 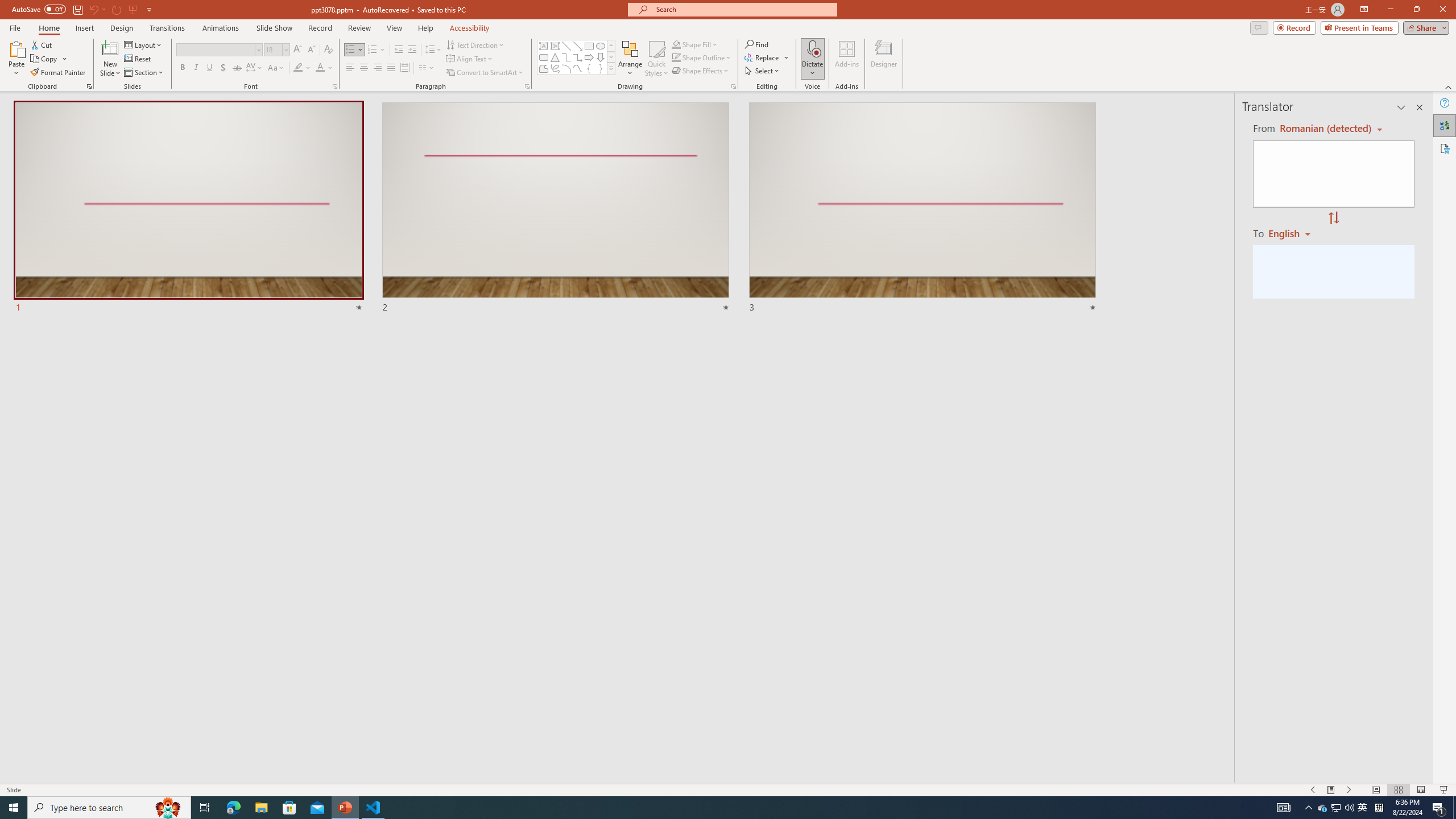 What do you see at coordinates (144, 72) in the screenshot?
I see `'Section'` at bounding box center [144, 72].